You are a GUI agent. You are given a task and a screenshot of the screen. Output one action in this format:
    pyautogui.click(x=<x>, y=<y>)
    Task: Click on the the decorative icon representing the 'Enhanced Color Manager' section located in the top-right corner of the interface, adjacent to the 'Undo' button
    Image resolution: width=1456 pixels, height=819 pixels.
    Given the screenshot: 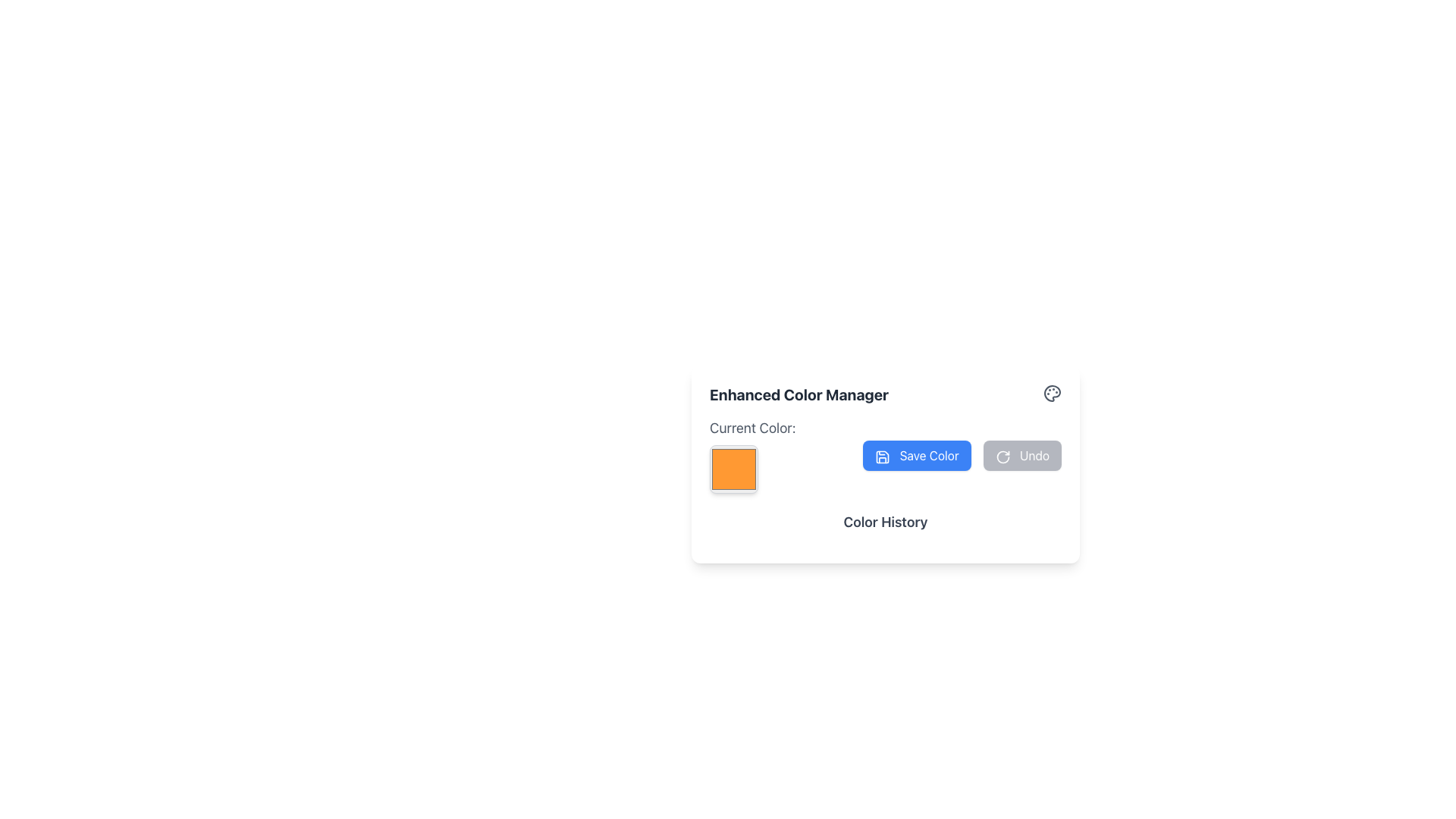 What is the action you would take?
    pyautogui.click(x=1051, y=393)
    